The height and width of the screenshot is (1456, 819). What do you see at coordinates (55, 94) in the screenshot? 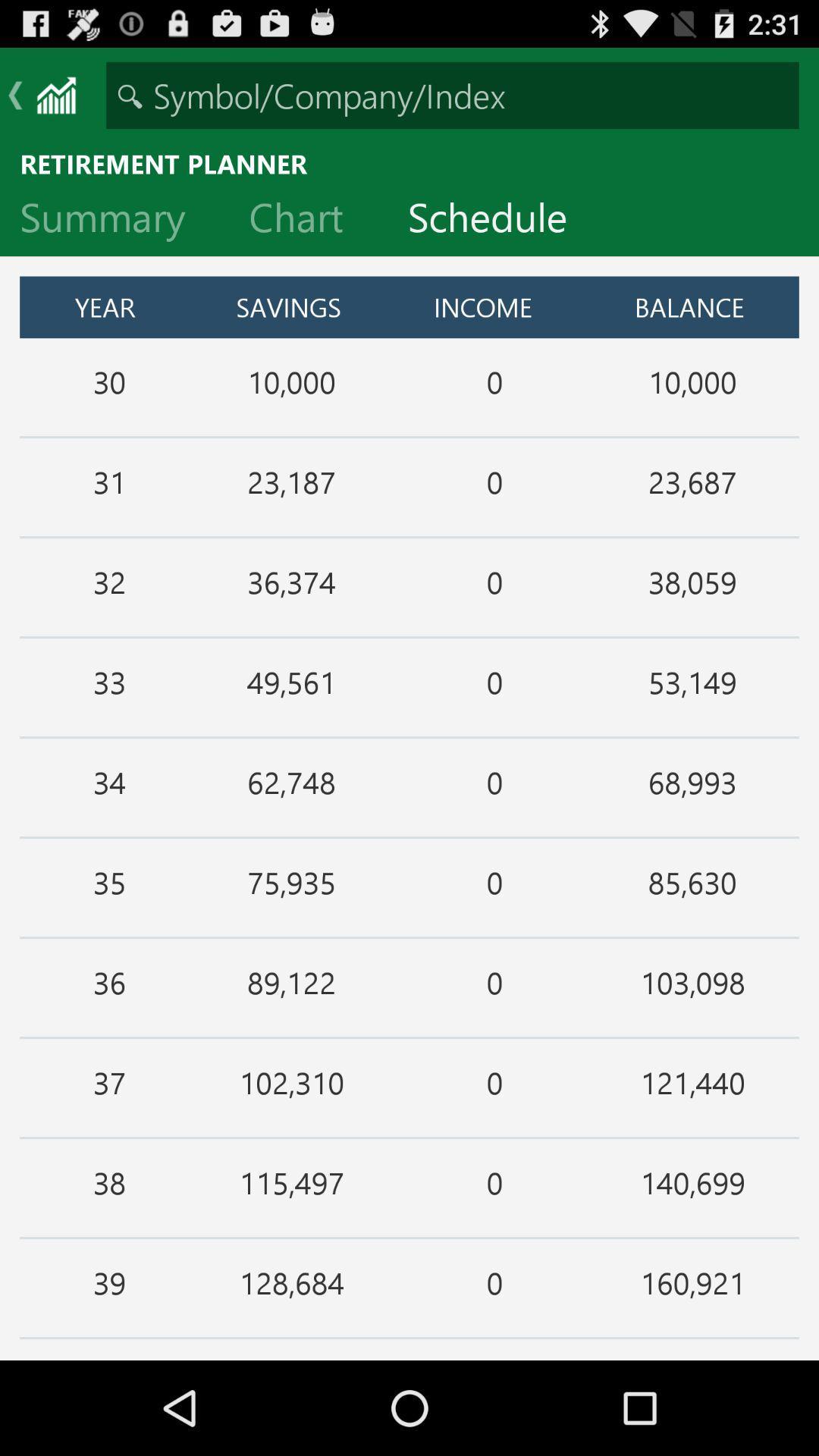
I see `the icon on left of search icon` at bounding box center [55, 94].